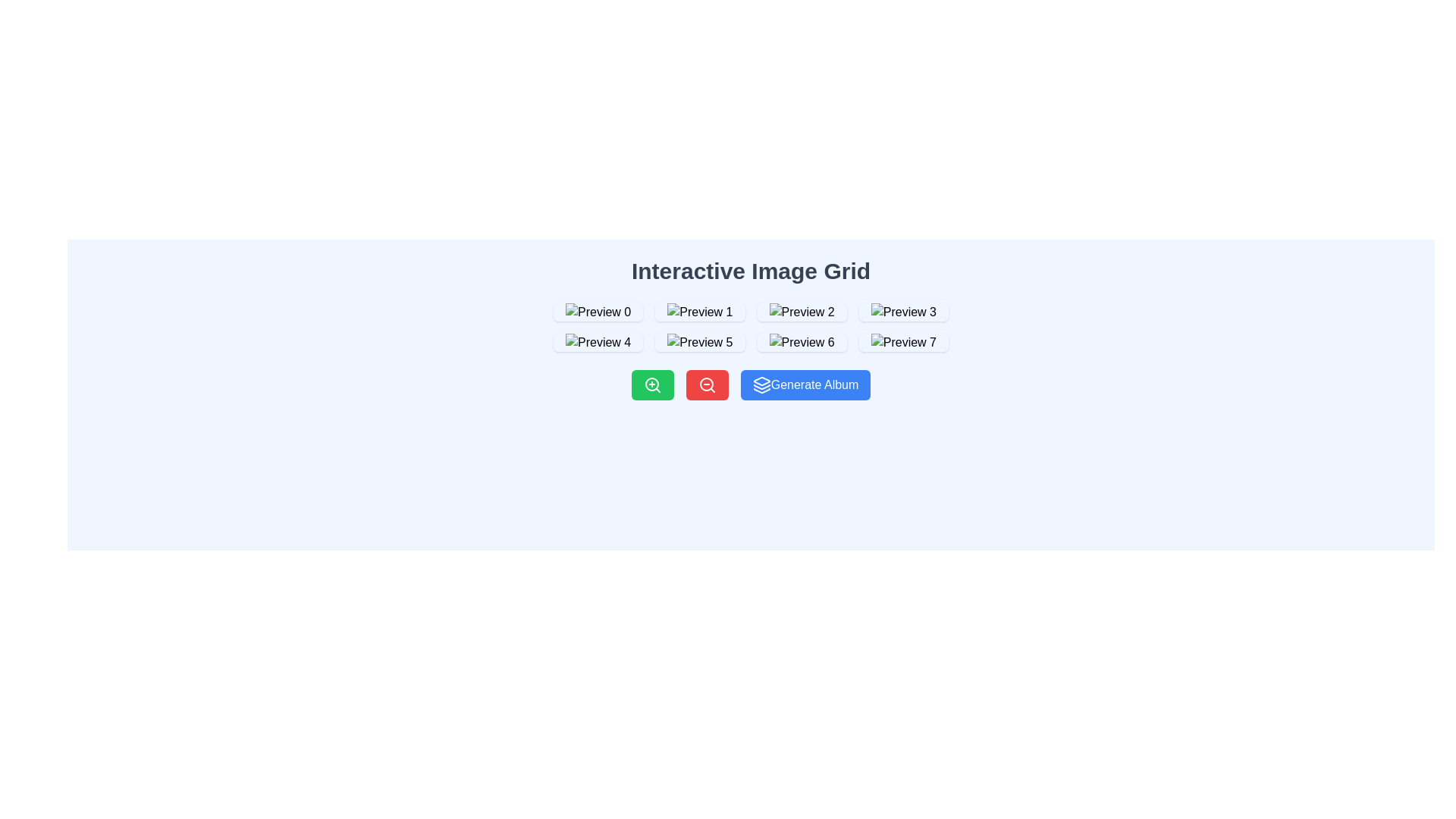 Image resolution: width=1456 pixels, height=819 pixels. What do you see at coordinates (751, 271) in the screenshot?
I see `title text 'Interactive Image Grid' which is displayed in large, bold font at the top center of the interface` at bounding box center [751, 271].